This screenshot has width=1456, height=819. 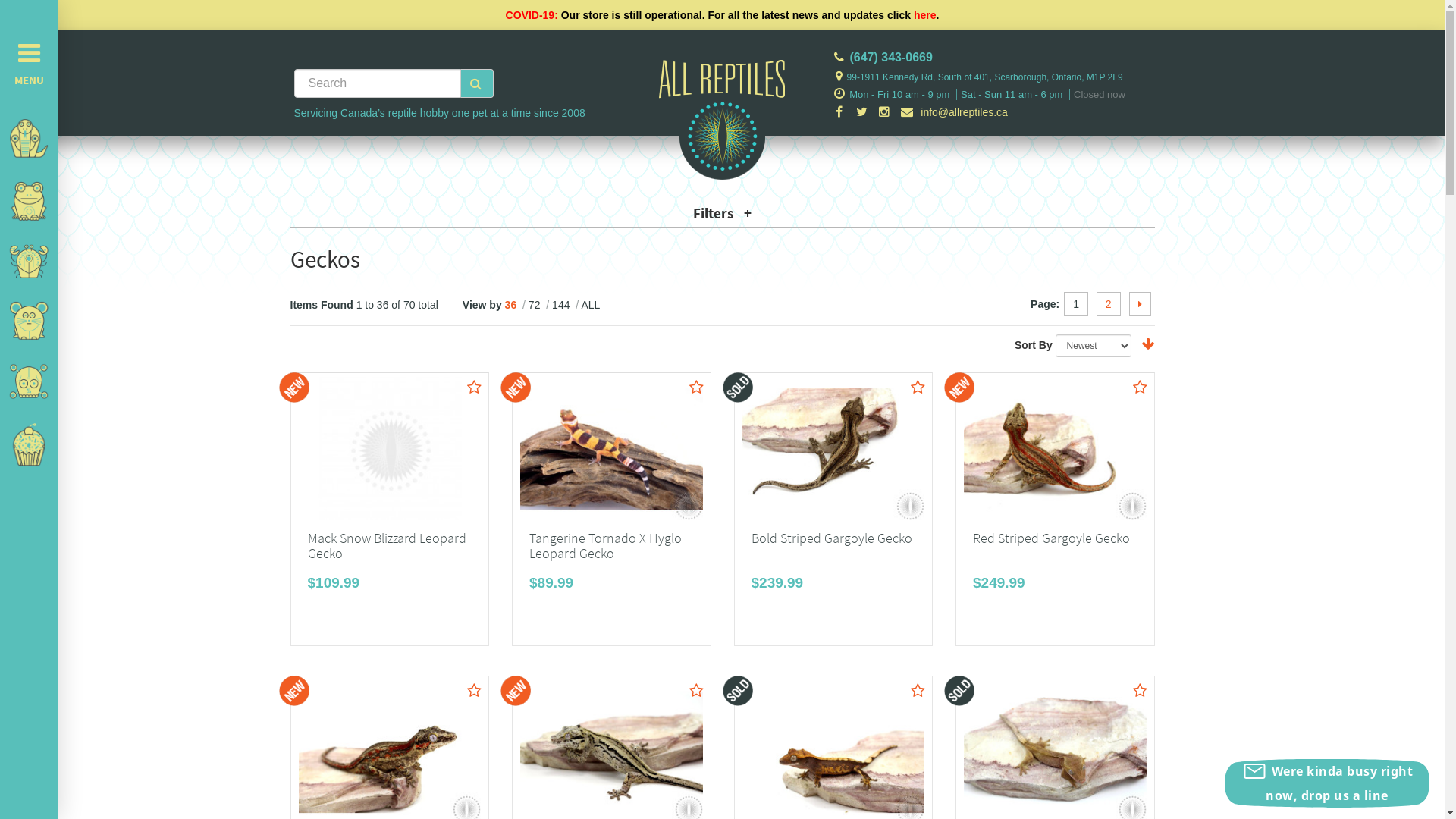 What do you see at coordinates (1326, 783) in the screenshot?
I see `'Were kinda busy right now, drop us a line'` at bounding box center [1326, 783].